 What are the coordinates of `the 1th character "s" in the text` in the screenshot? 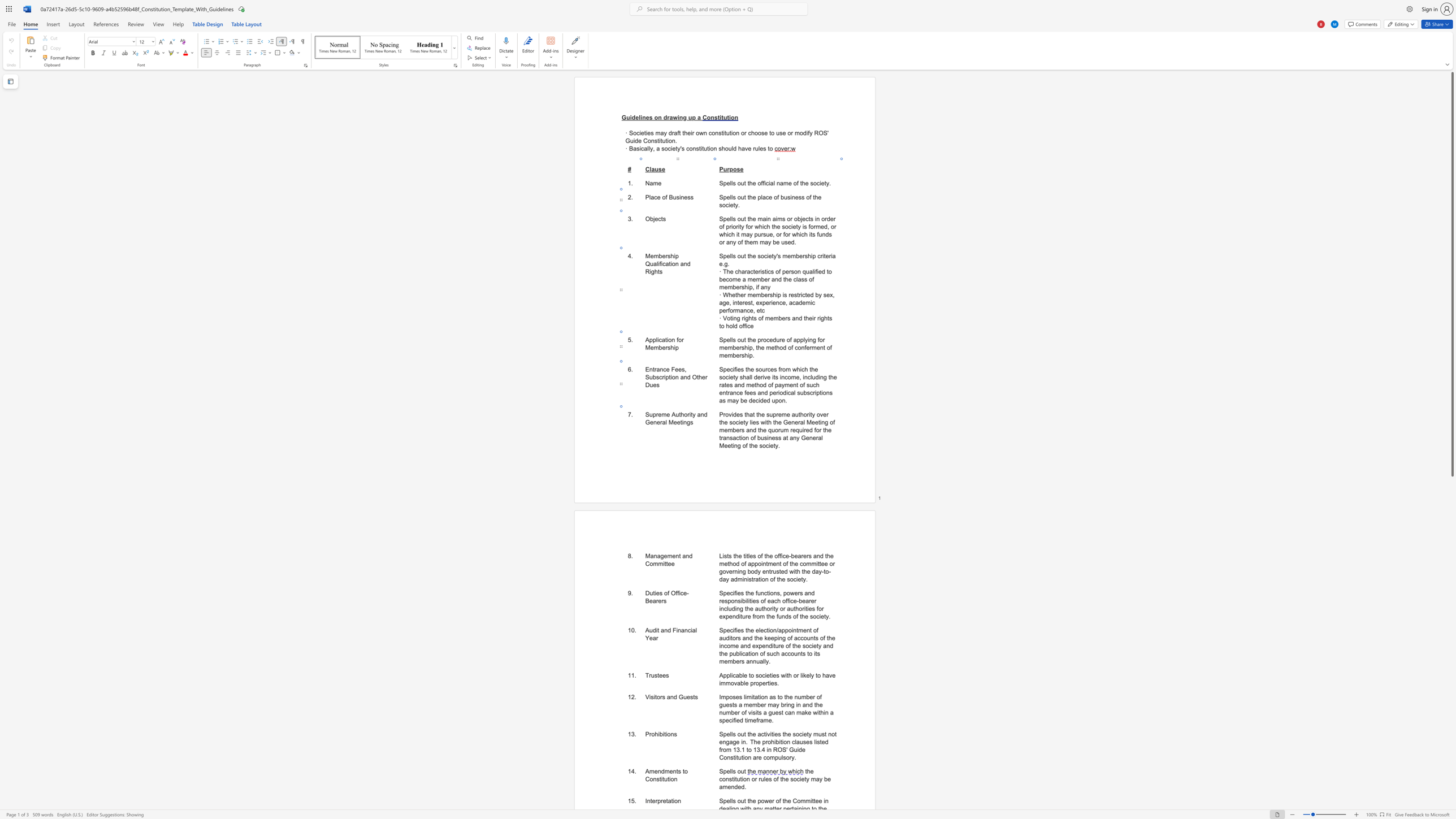 It's located at (660, 593).